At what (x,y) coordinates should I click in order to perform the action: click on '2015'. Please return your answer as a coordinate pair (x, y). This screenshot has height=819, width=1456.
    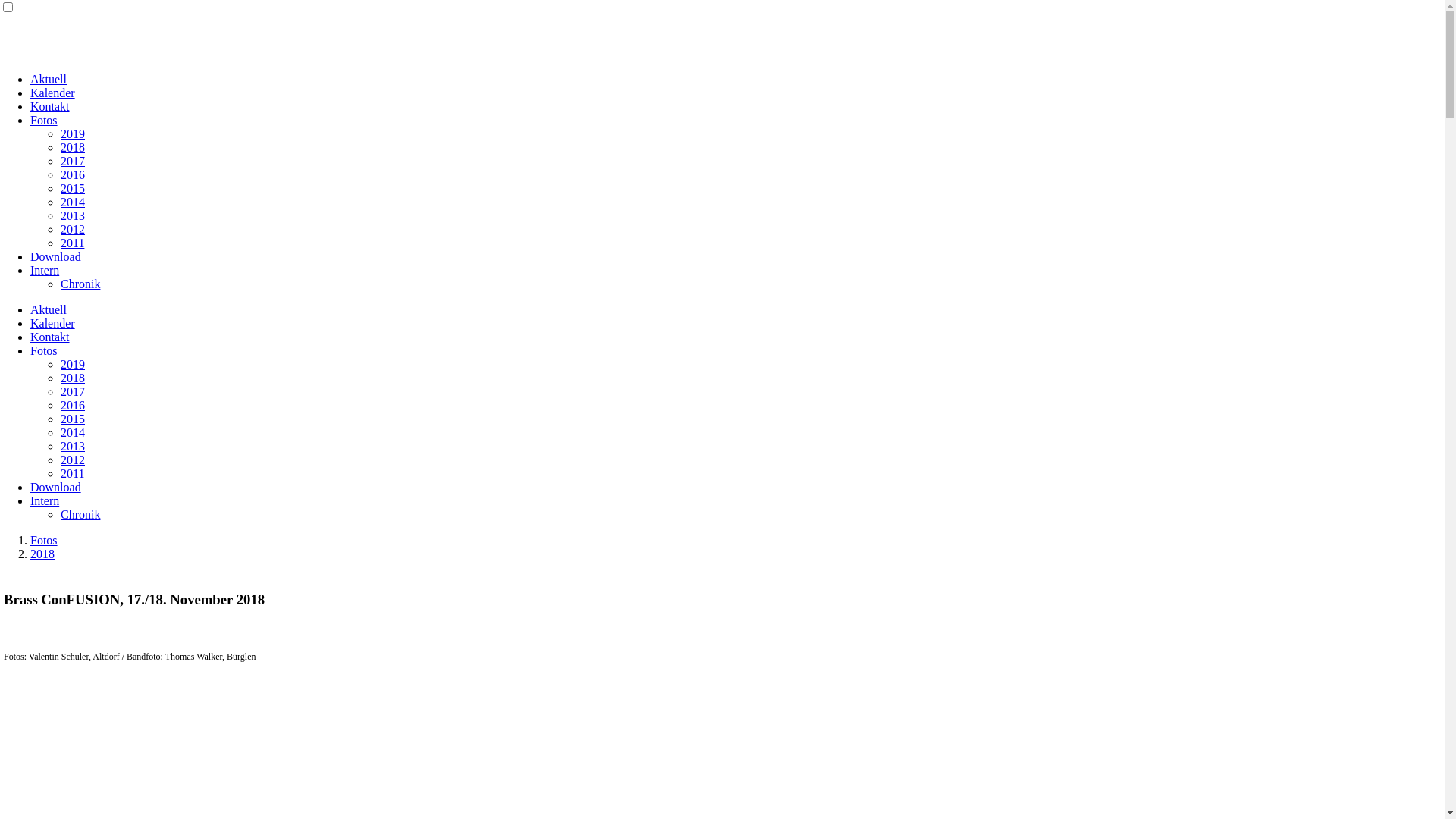
    Looking at the image, I should click on (72, 419).